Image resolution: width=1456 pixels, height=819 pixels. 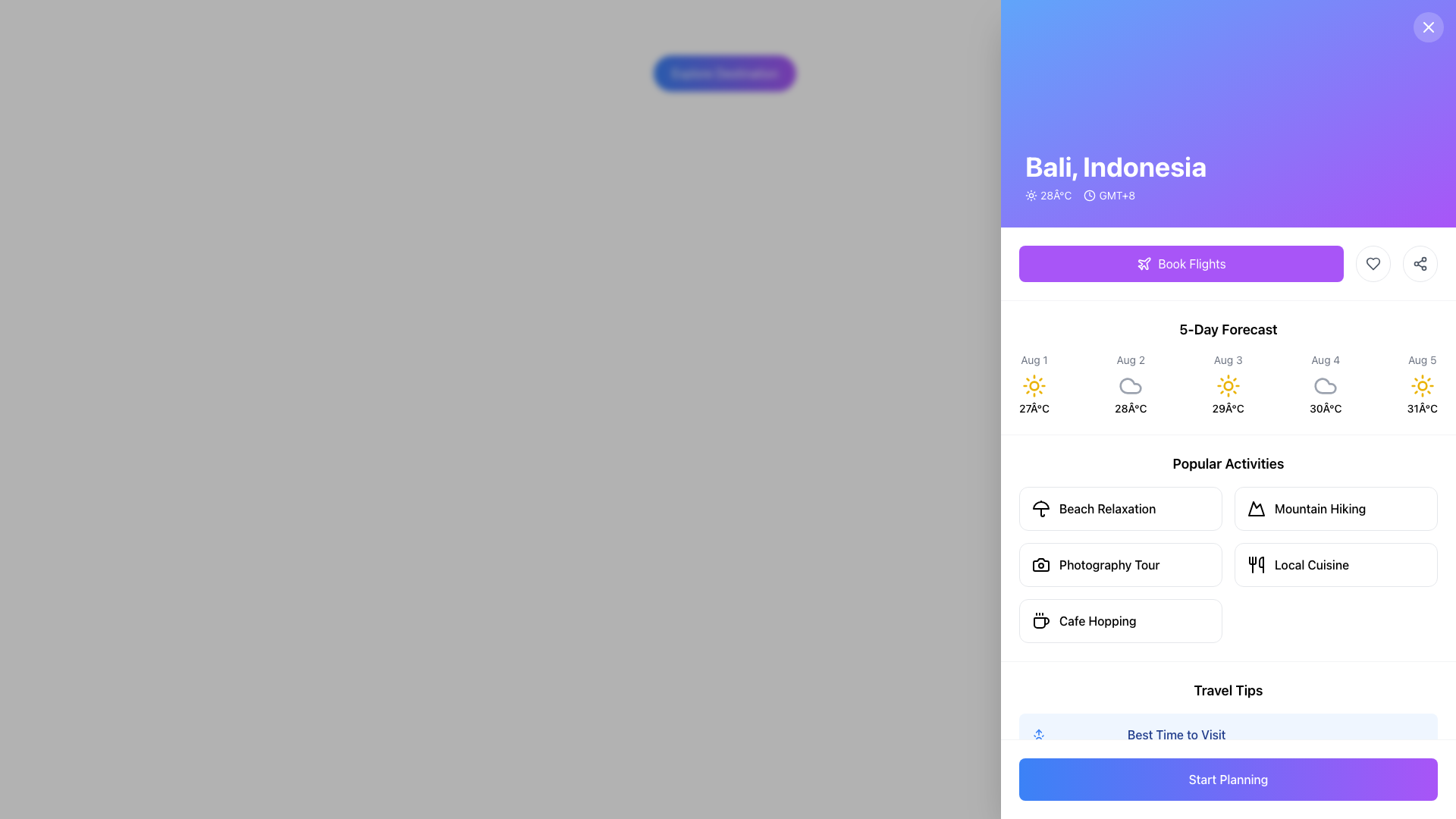 What do you see at coordinates (1121, 509) in the screenshot?
I see `the 'Beach Relaxation' button in the 'Popular Activities' section` at bounding box center [1121, 509].